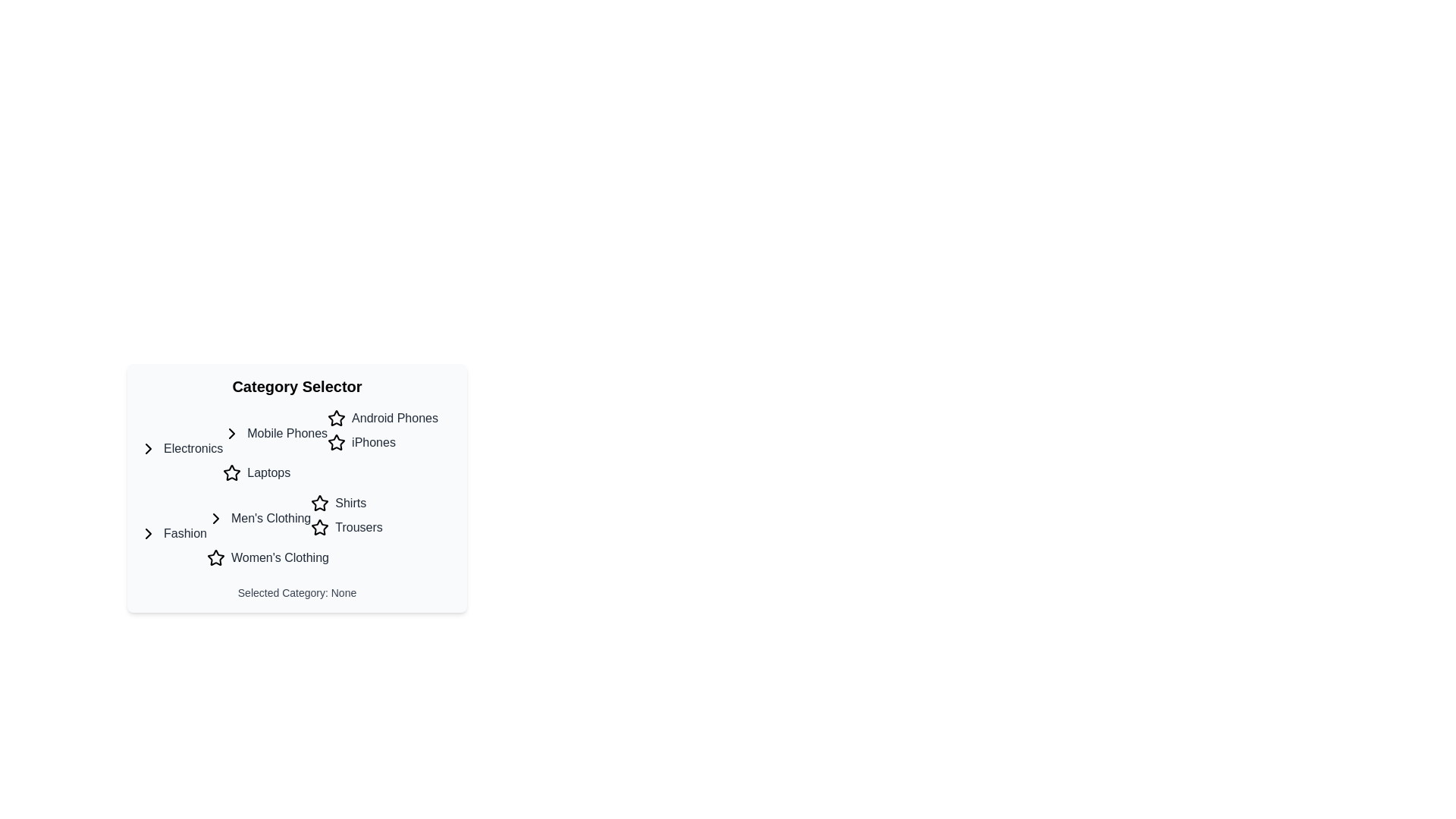 This screenshot has width=1456, height=819. What do you see at coordinates (268, 472) in the screenshot?
I see `the clickable label under the 'Laptops' category in the 'Electronics' section` at bounding box center [268, 472].